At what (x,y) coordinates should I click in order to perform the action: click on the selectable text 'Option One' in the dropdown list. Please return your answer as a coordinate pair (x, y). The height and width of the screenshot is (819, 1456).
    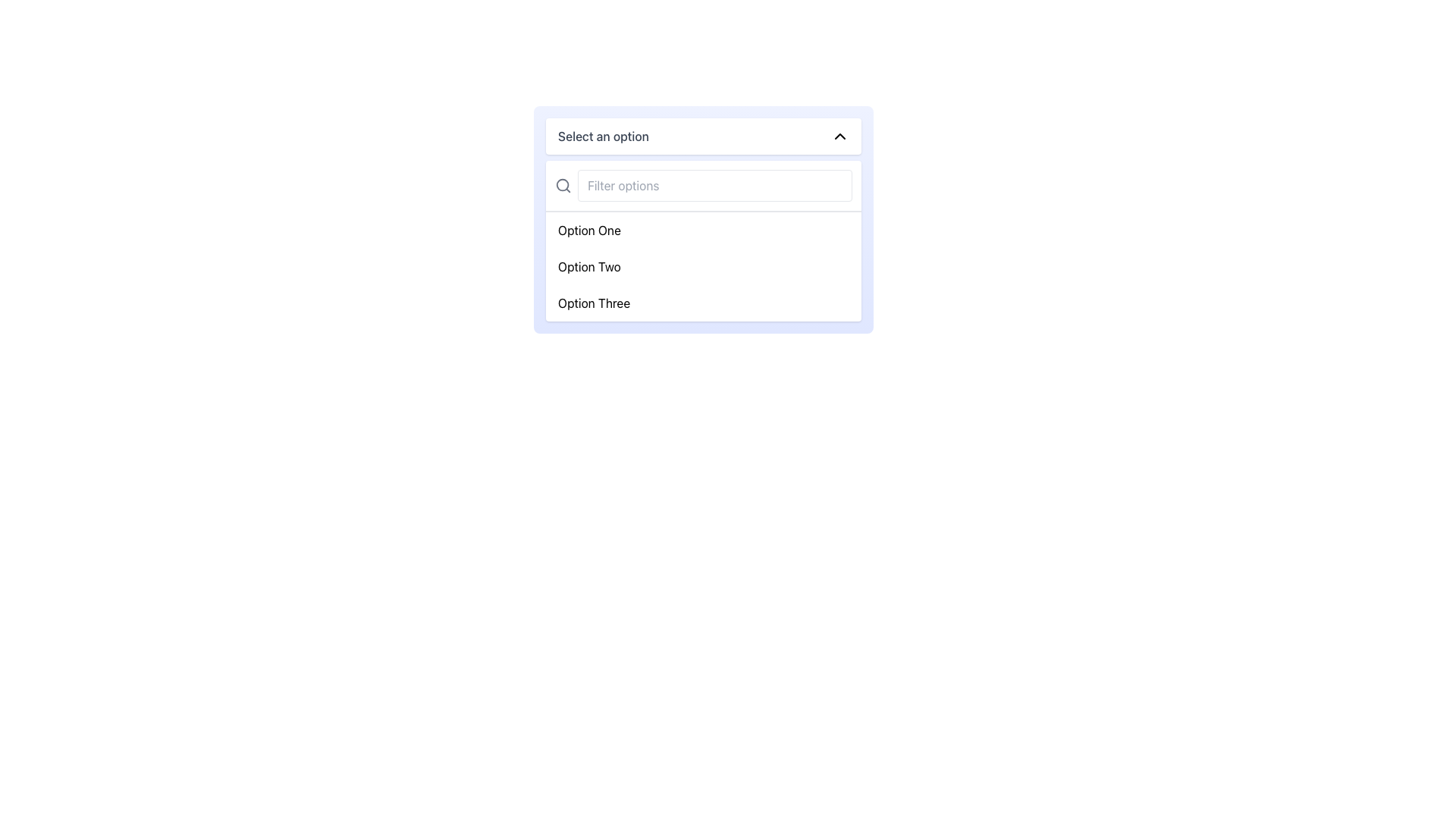
    Looking at the image, I should click on (588, 231).